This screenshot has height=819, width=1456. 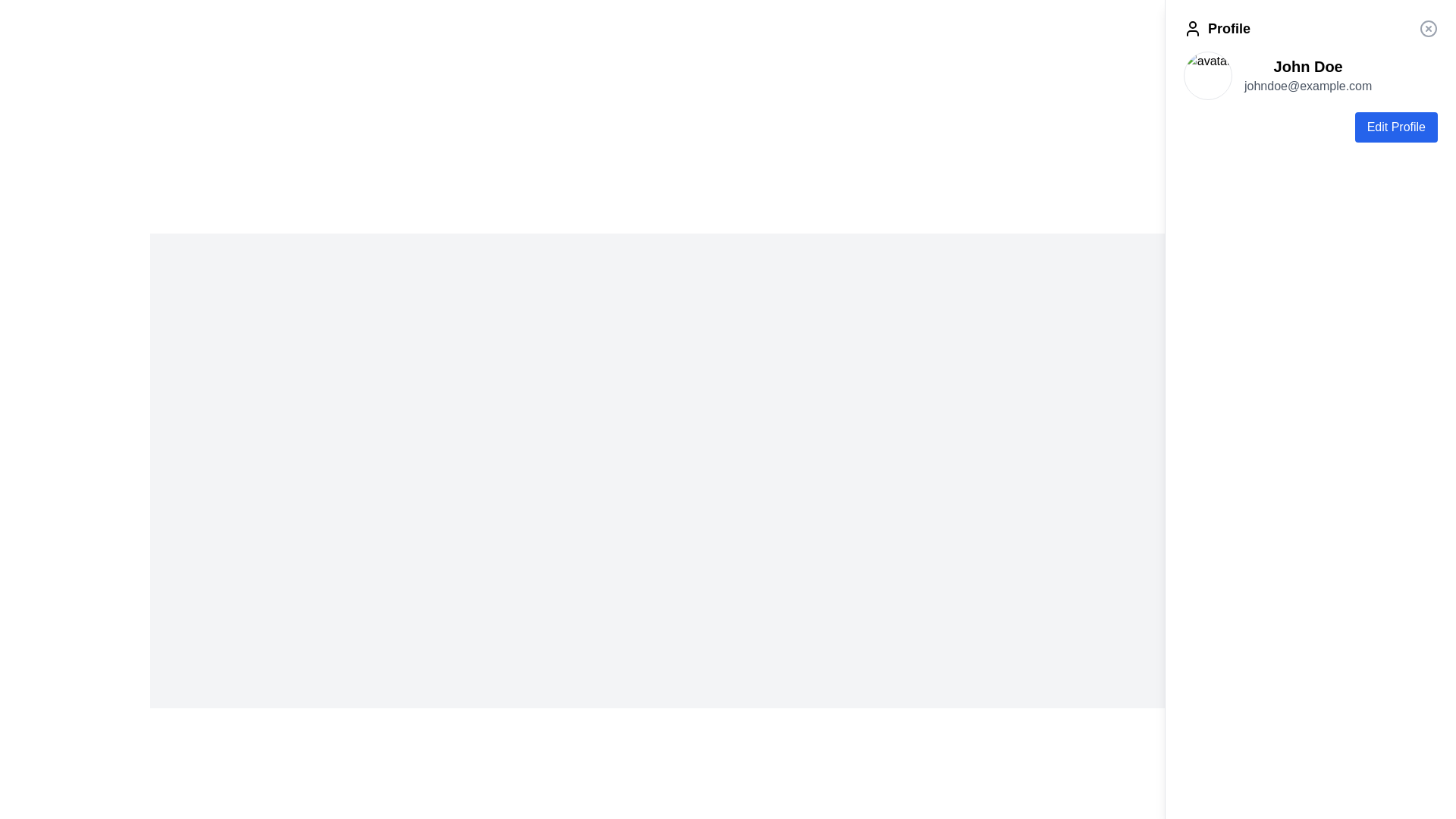 What do you see at coordinates (1207, 76) in the screenshot?
I see `the circular avatar image located at the top left of the profile section` at bounding box center [1207, 76].